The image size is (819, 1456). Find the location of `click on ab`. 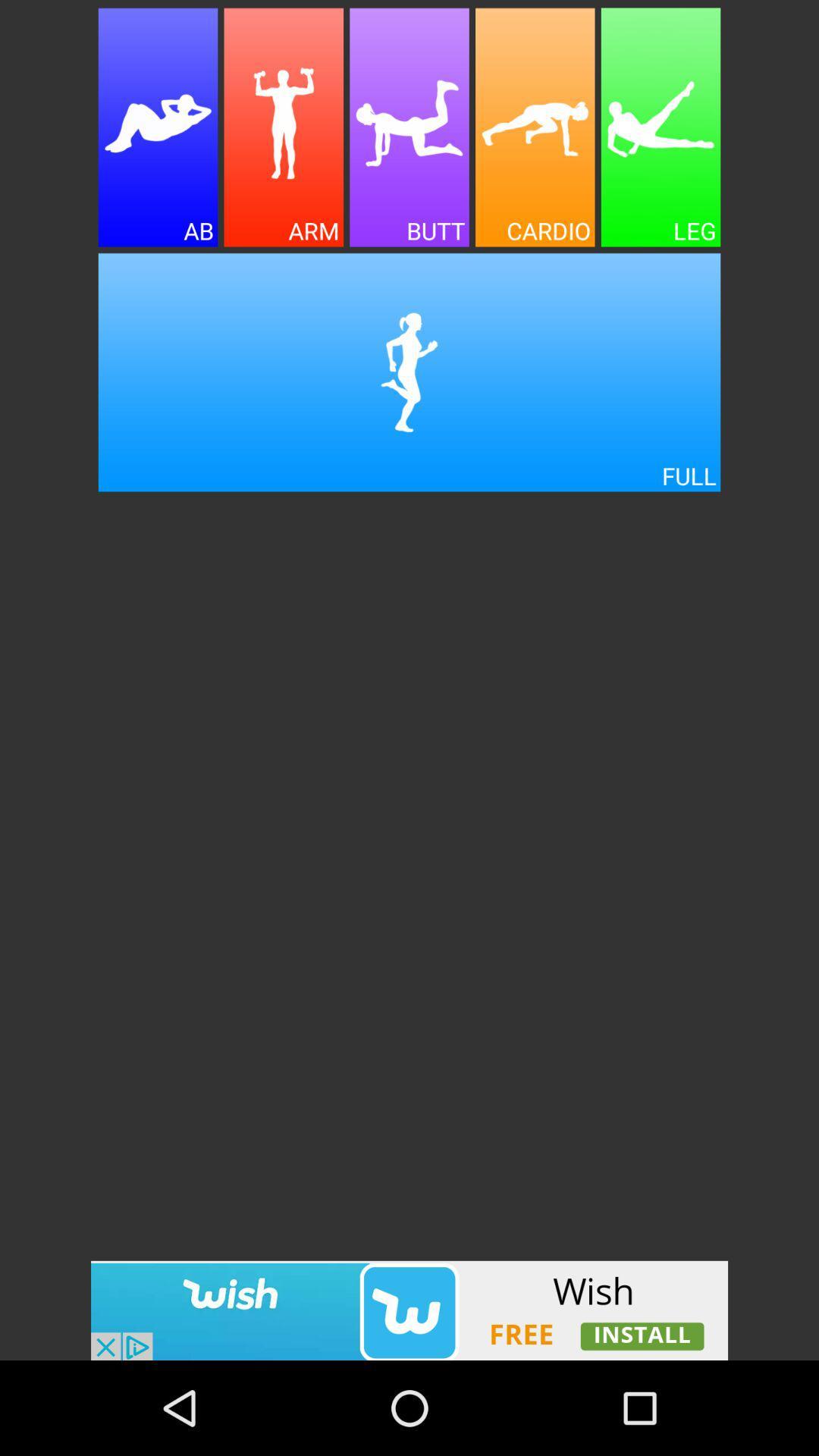

click on ab is located at coordinates (158, 127).